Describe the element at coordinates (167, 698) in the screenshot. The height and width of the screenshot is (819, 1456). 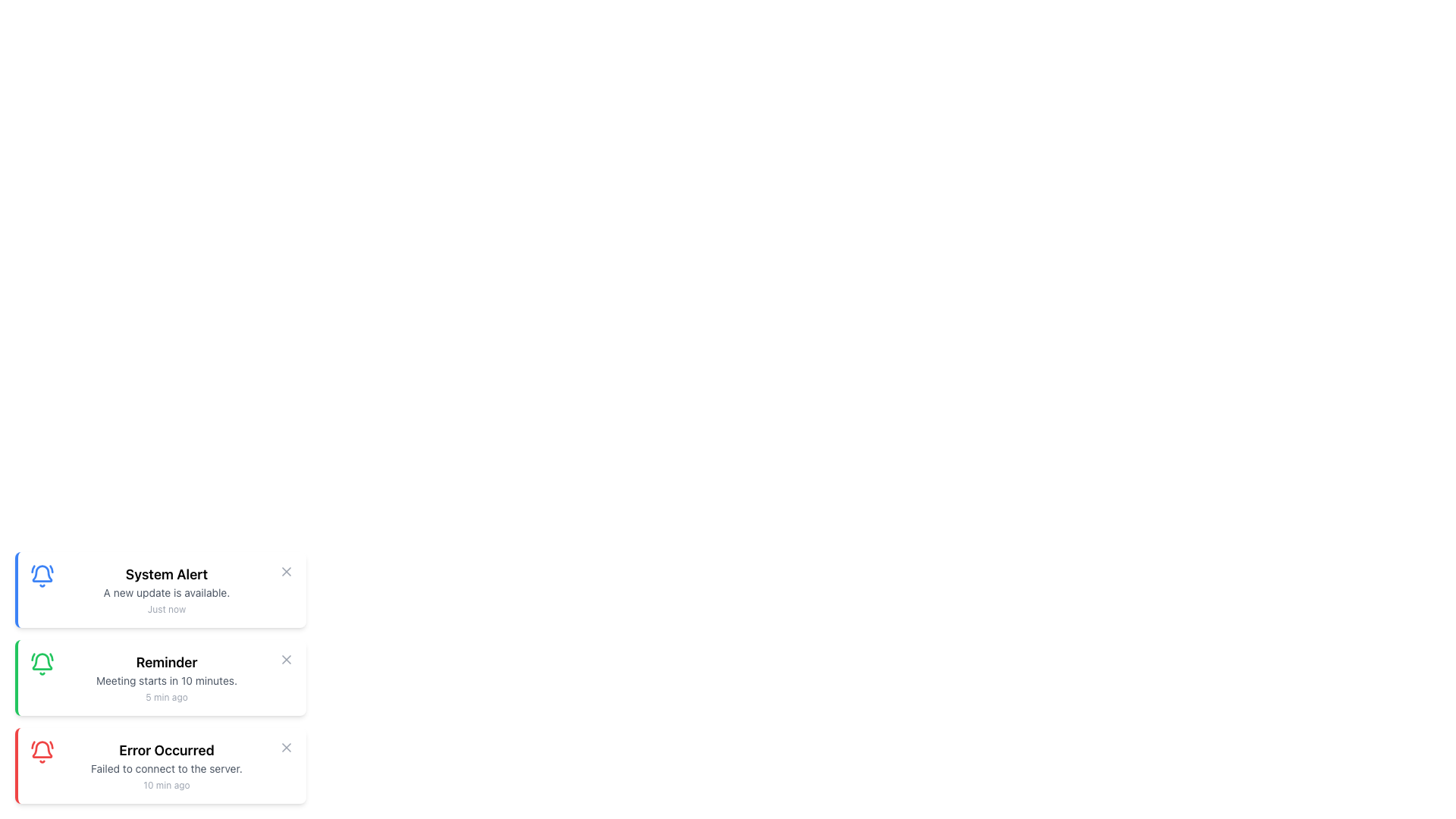
I see `the text element reading '5 min ago', which is styled in light gray and located at the bottom of the 'Reminder' section` at that location.